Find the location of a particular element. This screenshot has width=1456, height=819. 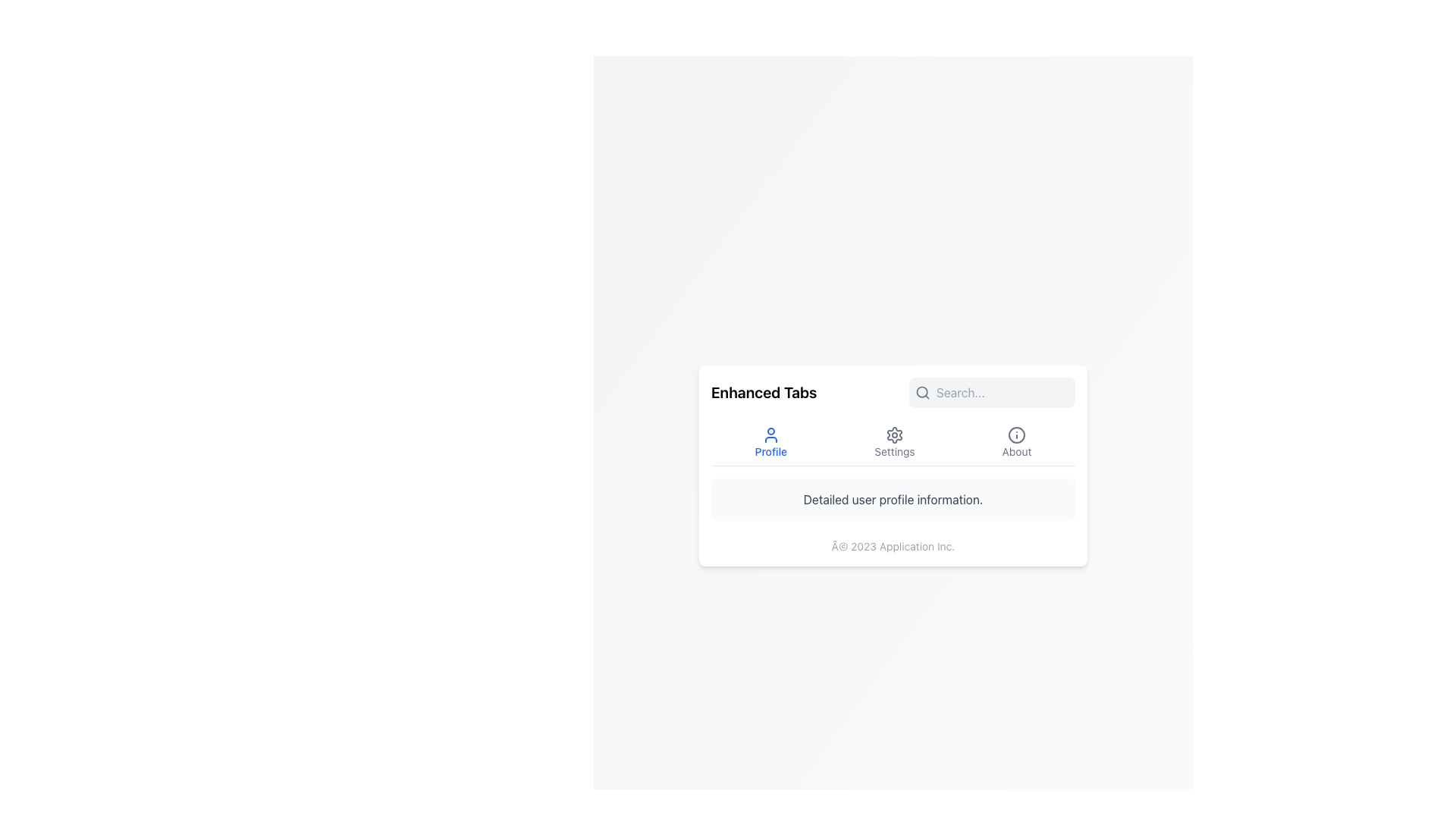

the search icon located at the top-right corner of the search bar, which visually indicates the search functionality is located at coordinates (922, 391).